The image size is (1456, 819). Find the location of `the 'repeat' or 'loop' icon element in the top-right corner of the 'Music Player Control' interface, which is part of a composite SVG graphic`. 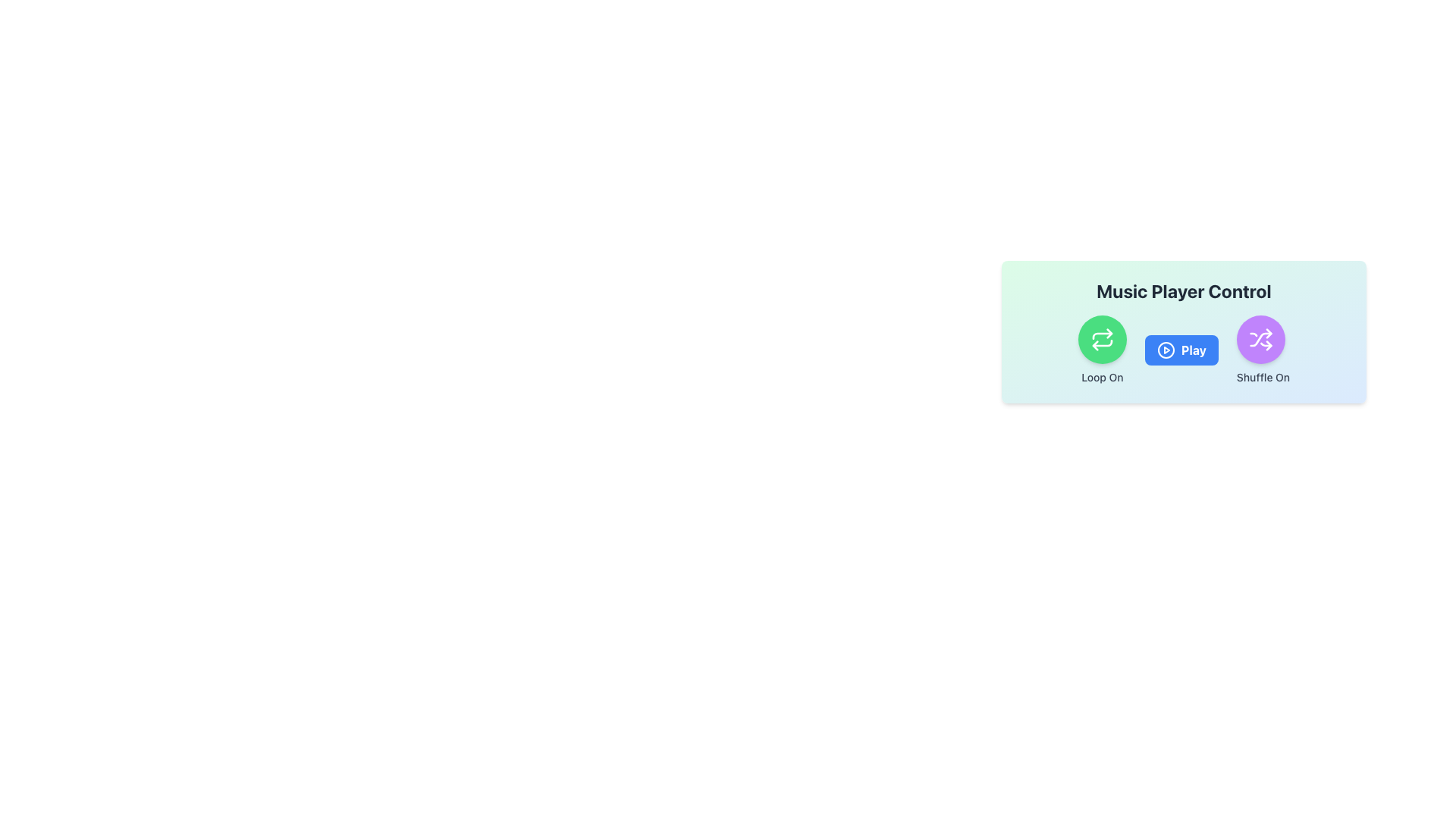

the 'repeat' or 'loop' icon element in the top-right corner of the 'Music Player Control' interface, which is part of a composite SVG graphic is located at coordinates (1109, 332).